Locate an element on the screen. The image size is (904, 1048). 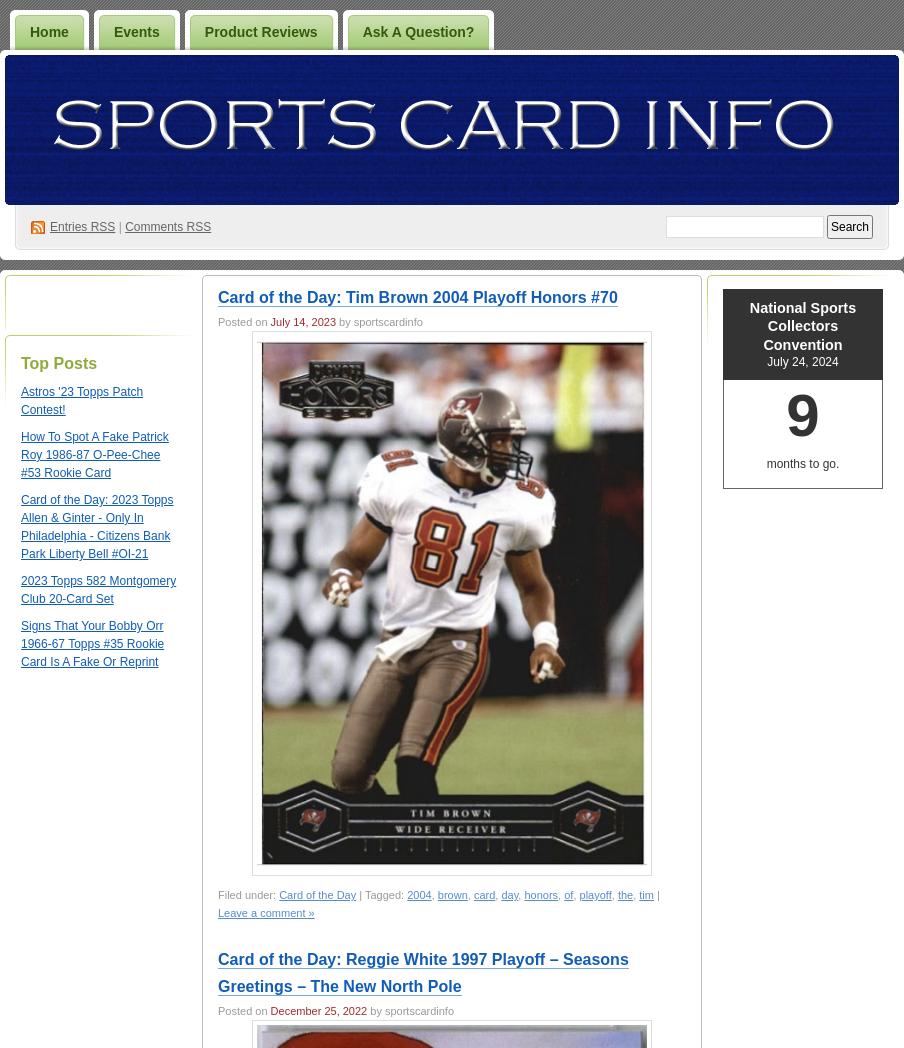
'Signs That Your Bobby Orr 1966-67 Topps #35 Rookie Card Is A Fake Or Reprint' is located at coordinates (92, 642).